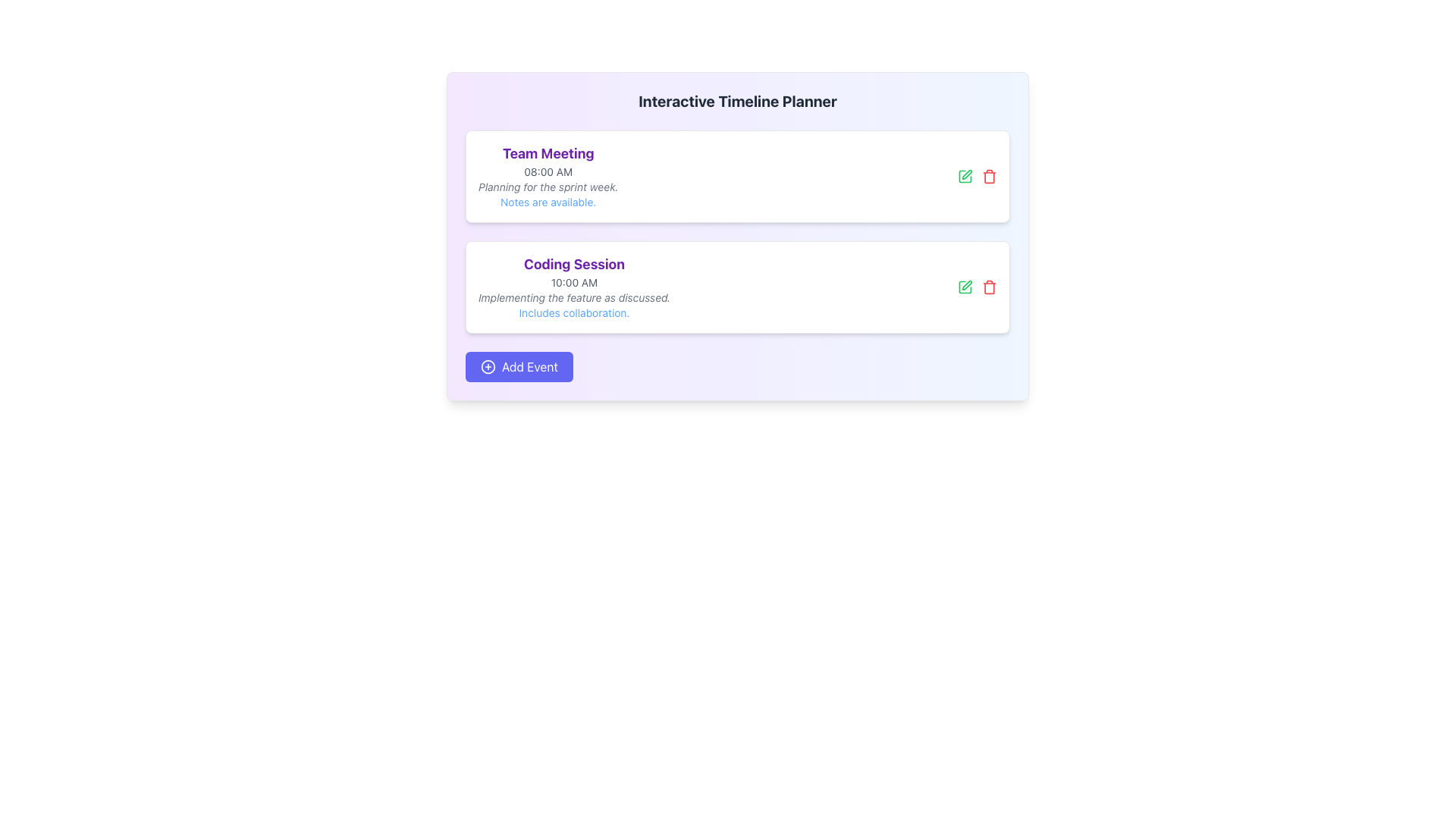 Image resolution: width=1456 pixels, height=819 pixels. What do you see at coordinates (977, 287) in the screenshot?
I see `the trash icon (red delete icon) located in the bottom-right corner of the 'Coding Session' card` at bounding box center [977, 287].